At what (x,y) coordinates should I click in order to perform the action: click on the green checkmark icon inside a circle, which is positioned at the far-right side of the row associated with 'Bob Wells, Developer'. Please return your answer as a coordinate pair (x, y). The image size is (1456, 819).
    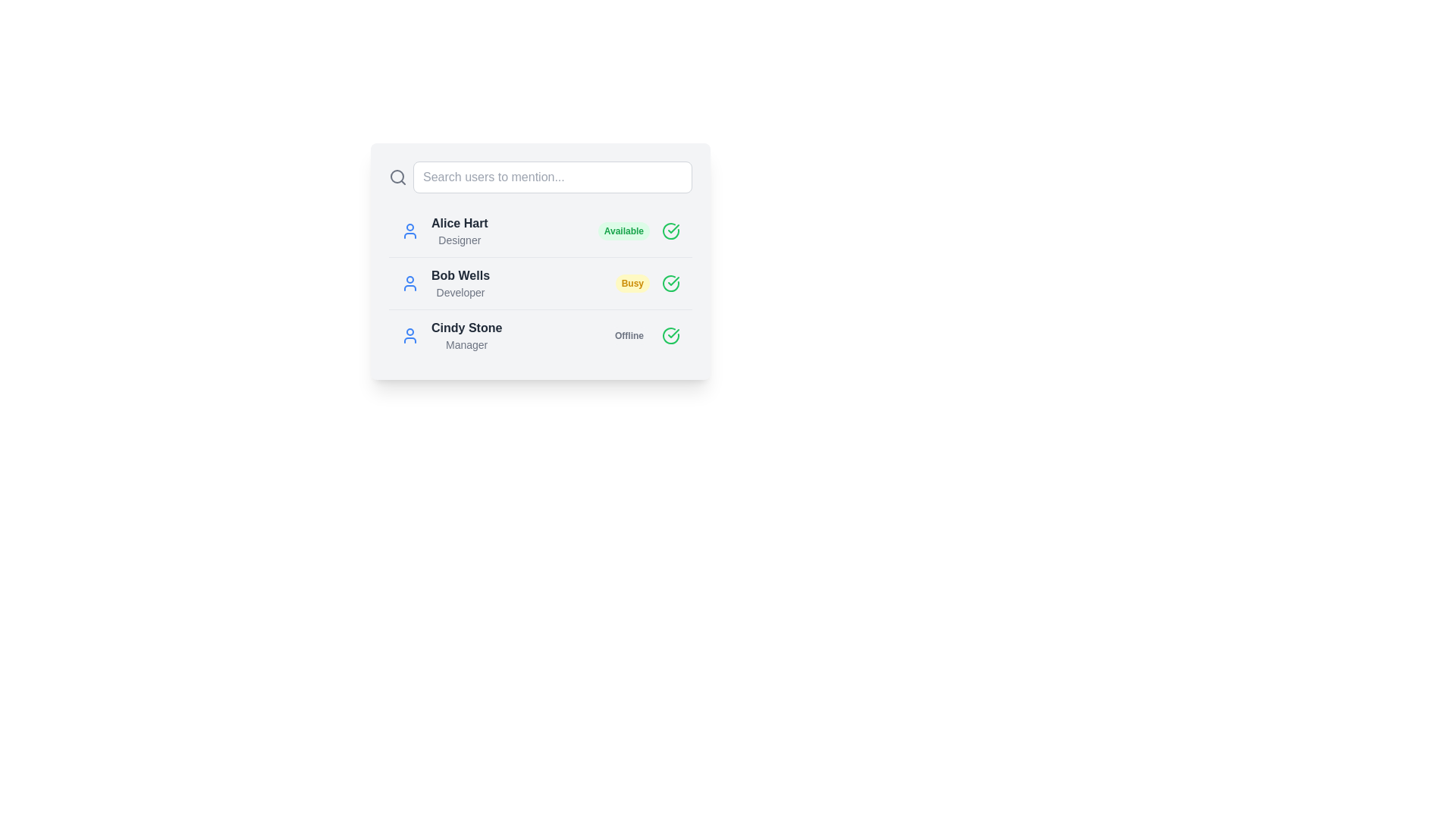
    Looking at the image, I should click on (670, 284).